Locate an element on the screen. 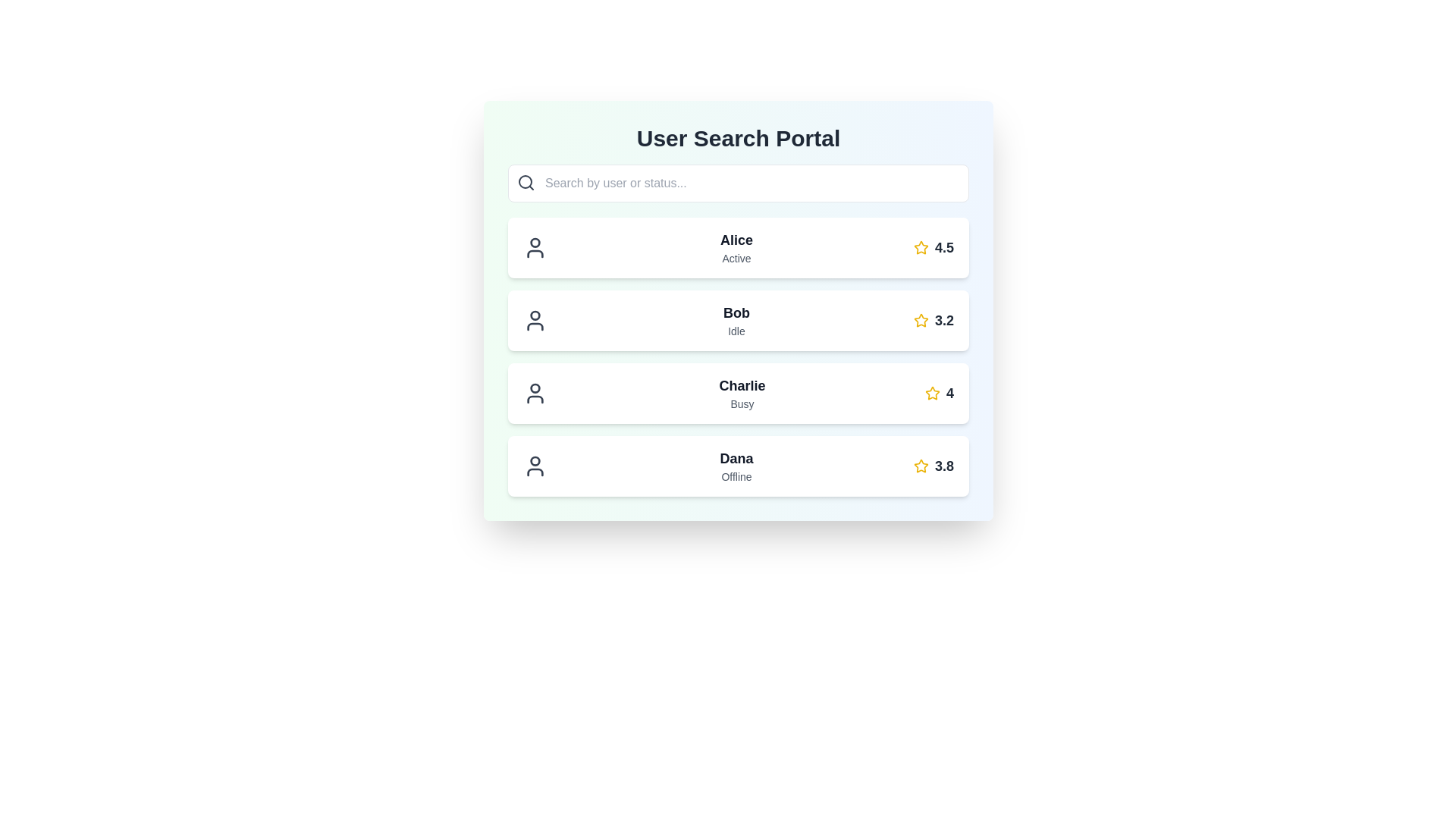 This screenshot has height=819, width=1456. the decorative search icon located to the left of the placeholder text 'Search by user or status...' in the search input field is located at coordinates (526, 181).